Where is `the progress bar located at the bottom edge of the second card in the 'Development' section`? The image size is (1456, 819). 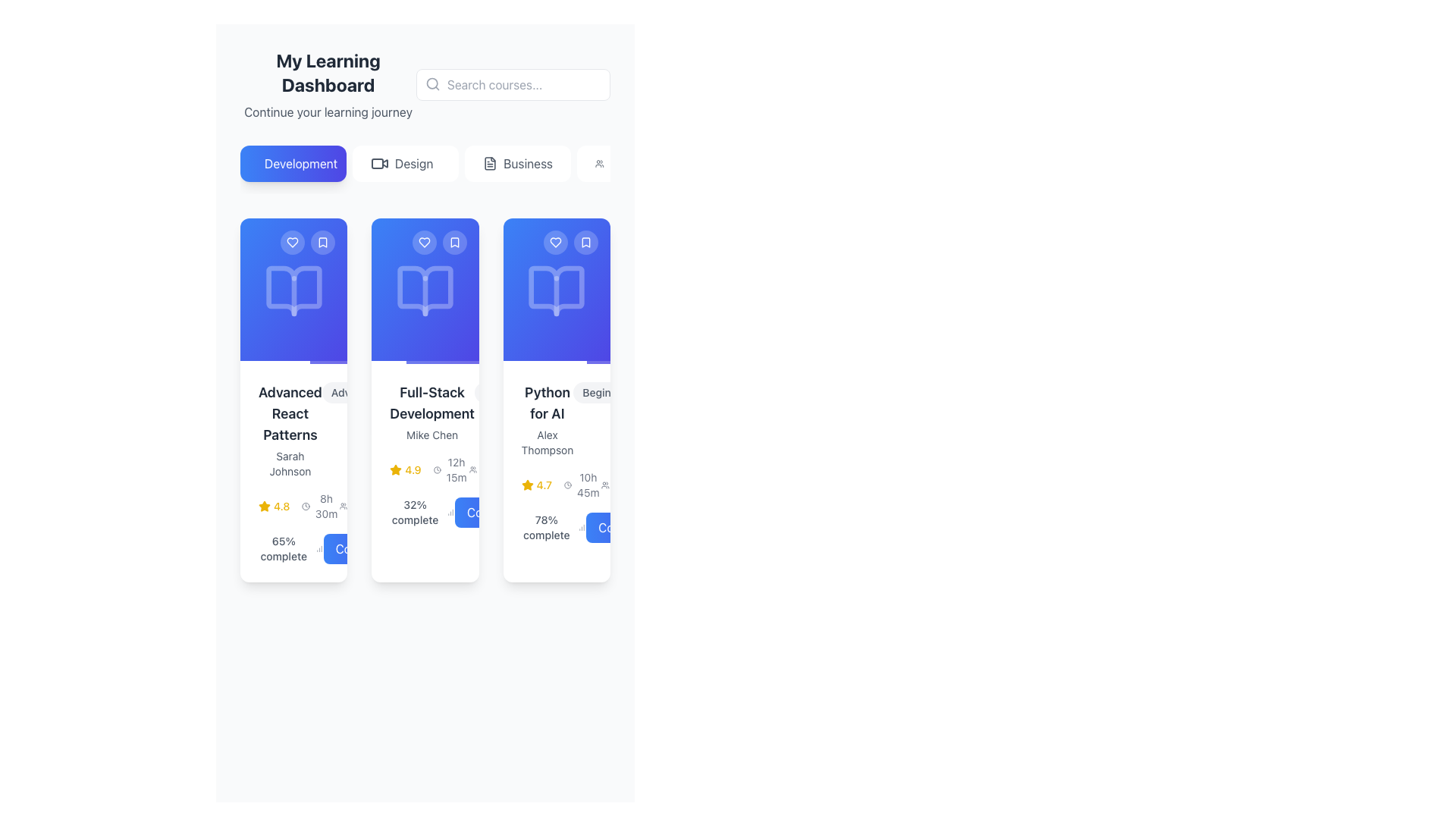
the progress bar located at the bottom edge of the second card in the 'Development' section is located at coordinates (389, 362).